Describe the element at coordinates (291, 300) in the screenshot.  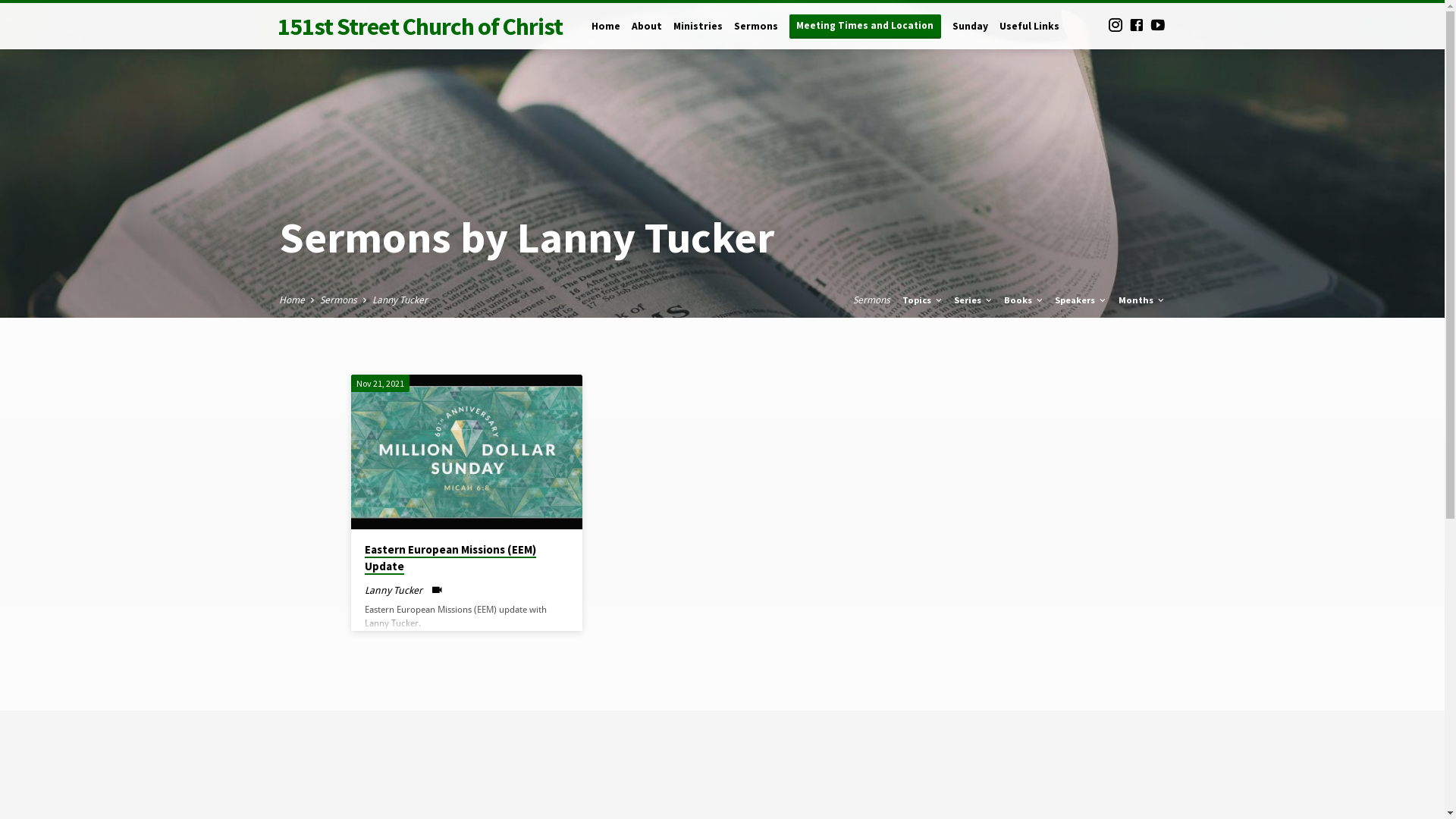
I see `'Home'` at that location.